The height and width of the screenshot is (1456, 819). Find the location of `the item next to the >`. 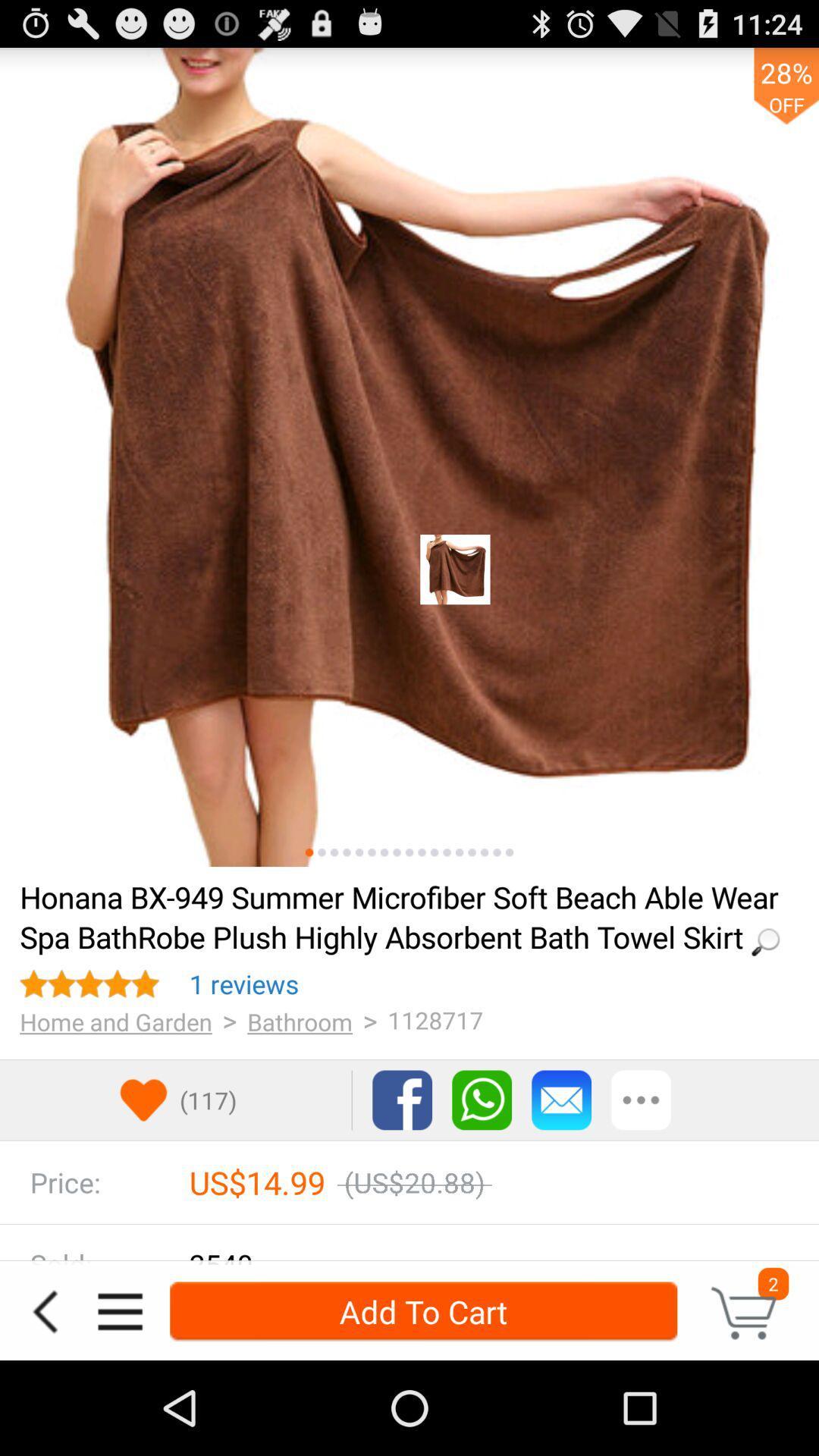

the item next to the > is located at coordinates (243, 984).